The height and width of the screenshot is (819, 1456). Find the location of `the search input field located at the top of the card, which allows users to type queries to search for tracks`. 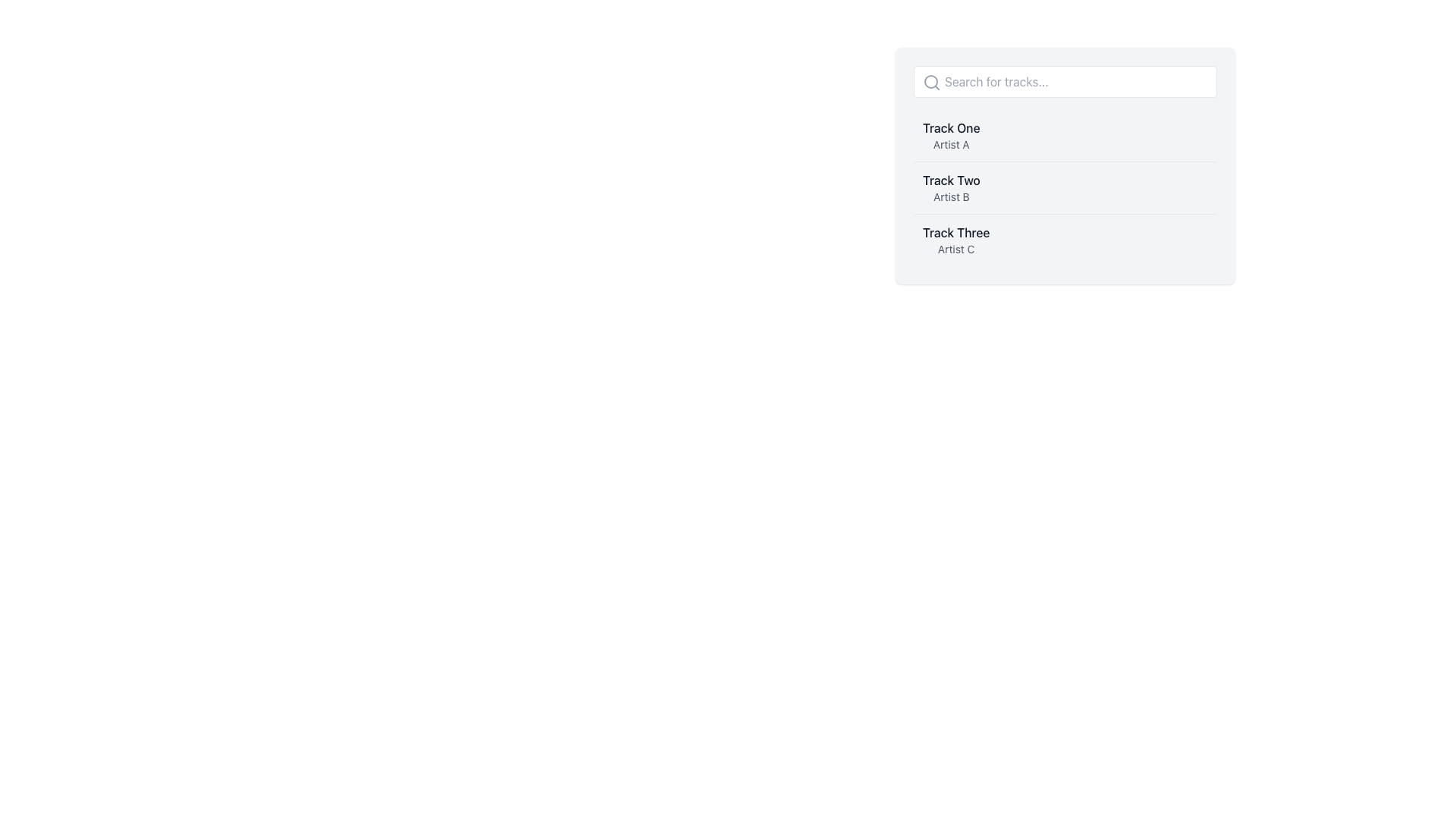

the search input field located at the top of the card, which allows users to type queries to search for tracks is located at coordinates (1065, 82).